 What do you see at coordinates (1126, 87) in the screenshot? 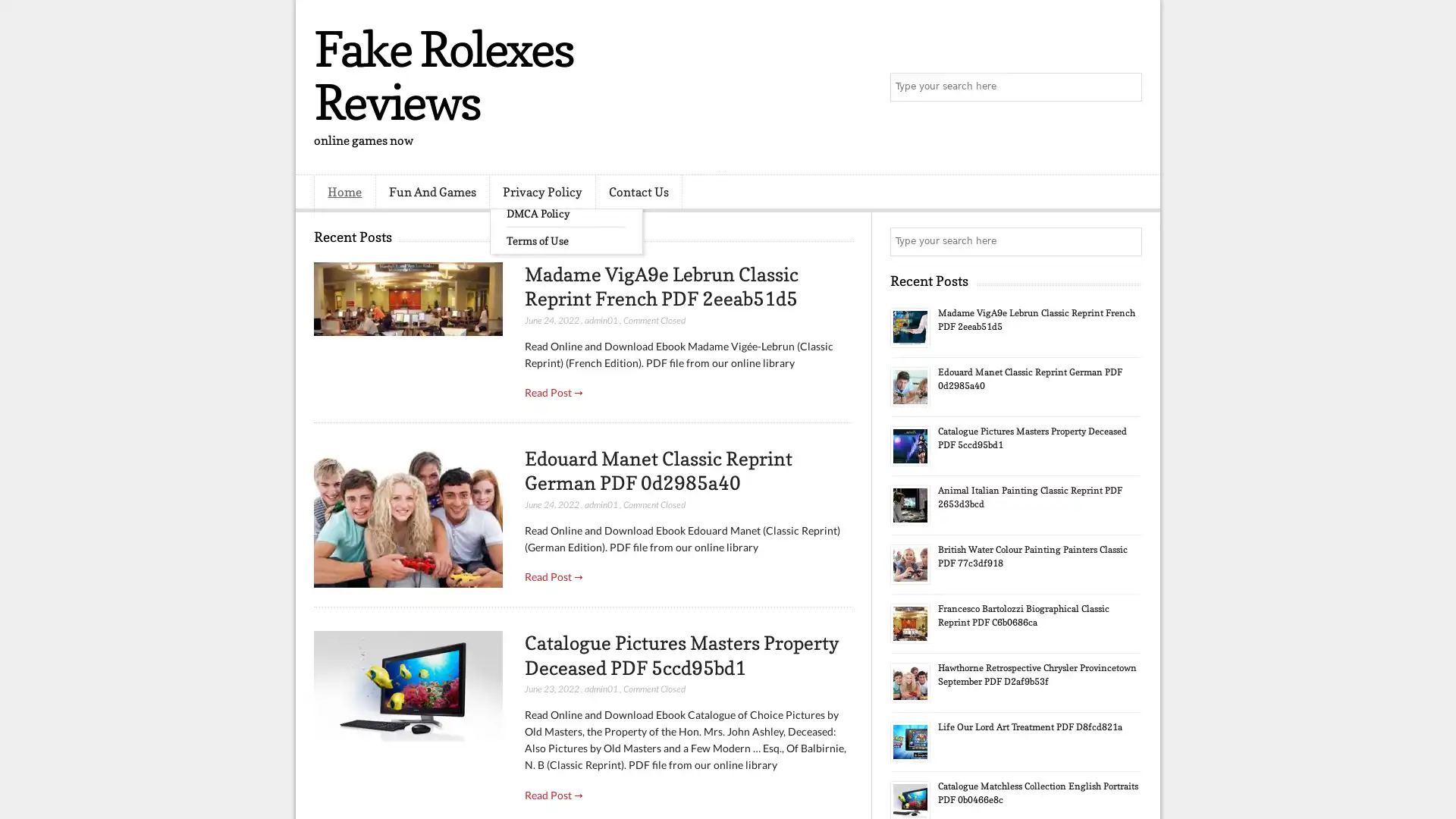
I see `Search` at bounding box center [1126, 87].